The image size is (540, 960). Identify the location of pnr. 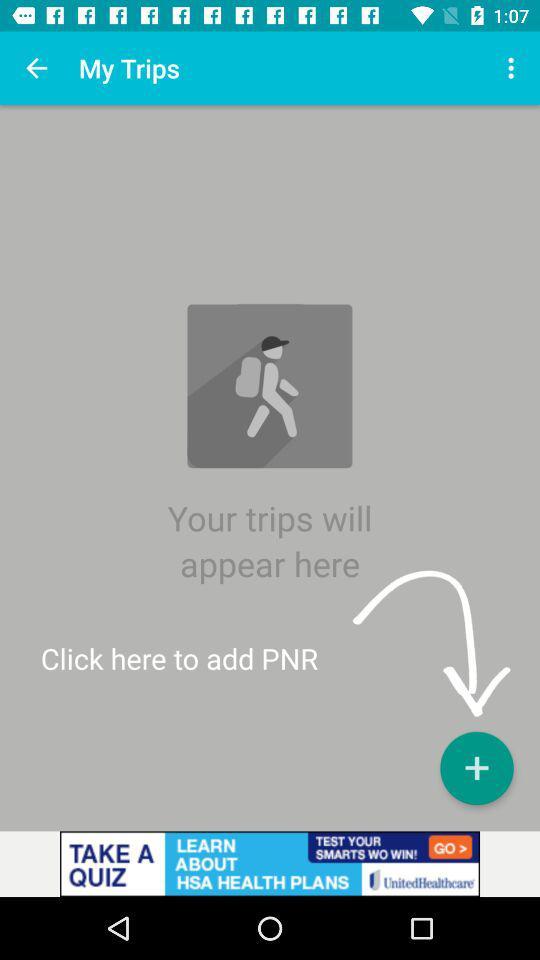
(475, 767).